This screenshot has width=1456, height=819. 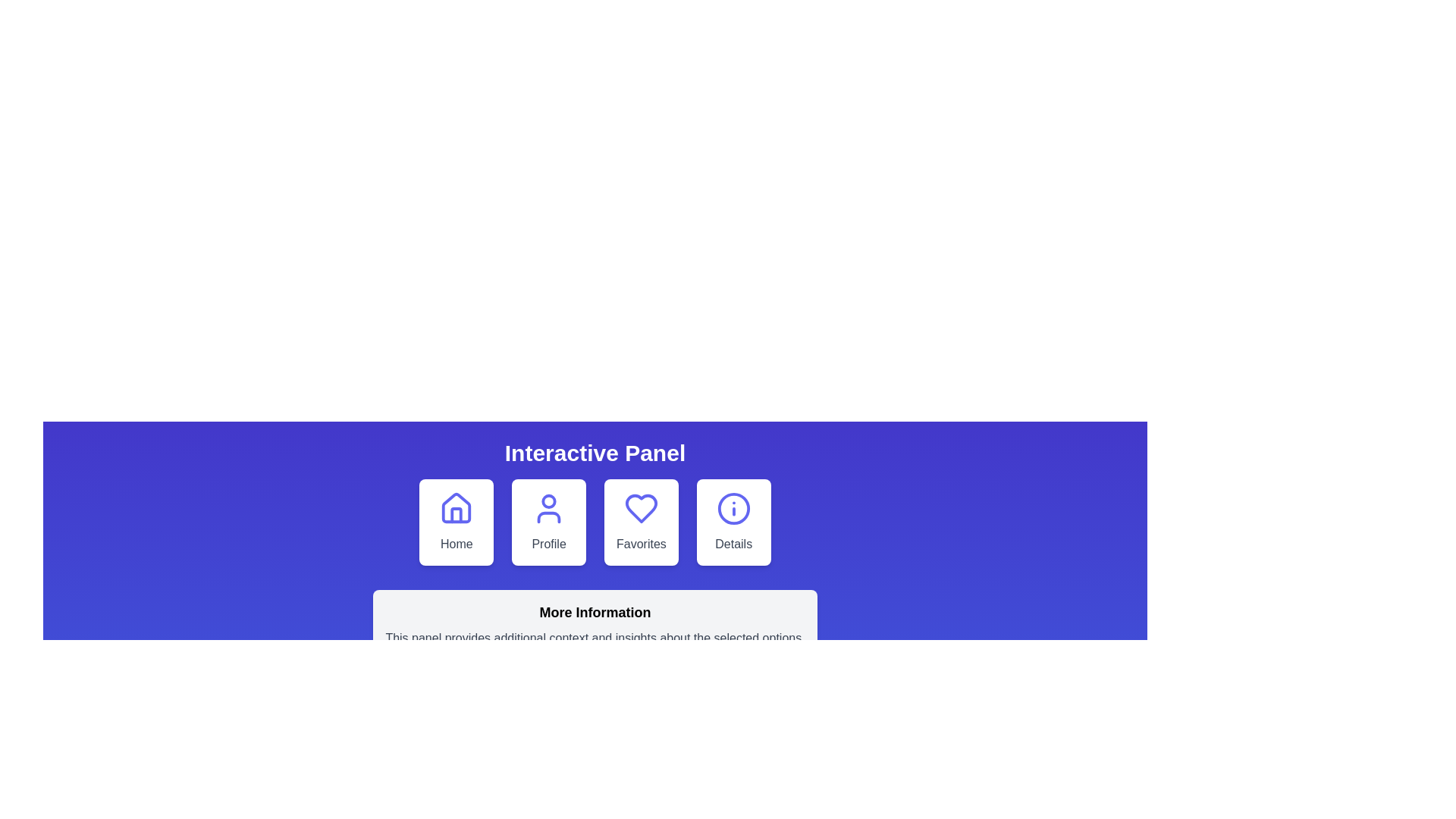 I want to click on the graphical icon component (SVG circle) that is part of the 'Details' icon located in the bottom right-hand corner of the main navigation panel, so click(x=733, y=509).